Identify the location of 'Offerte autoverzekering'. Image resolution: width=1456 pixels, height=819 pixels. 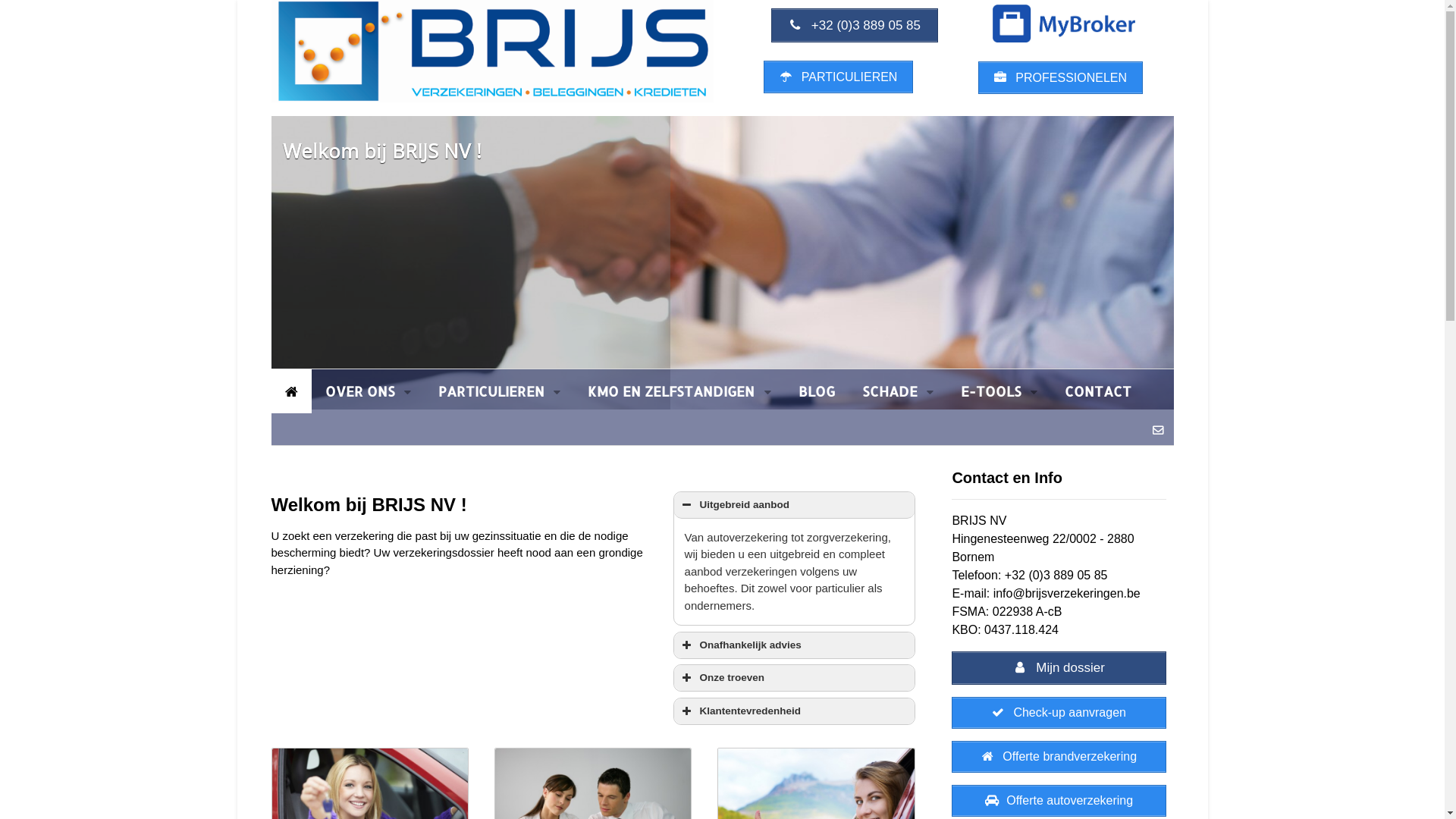
(1058, 800).